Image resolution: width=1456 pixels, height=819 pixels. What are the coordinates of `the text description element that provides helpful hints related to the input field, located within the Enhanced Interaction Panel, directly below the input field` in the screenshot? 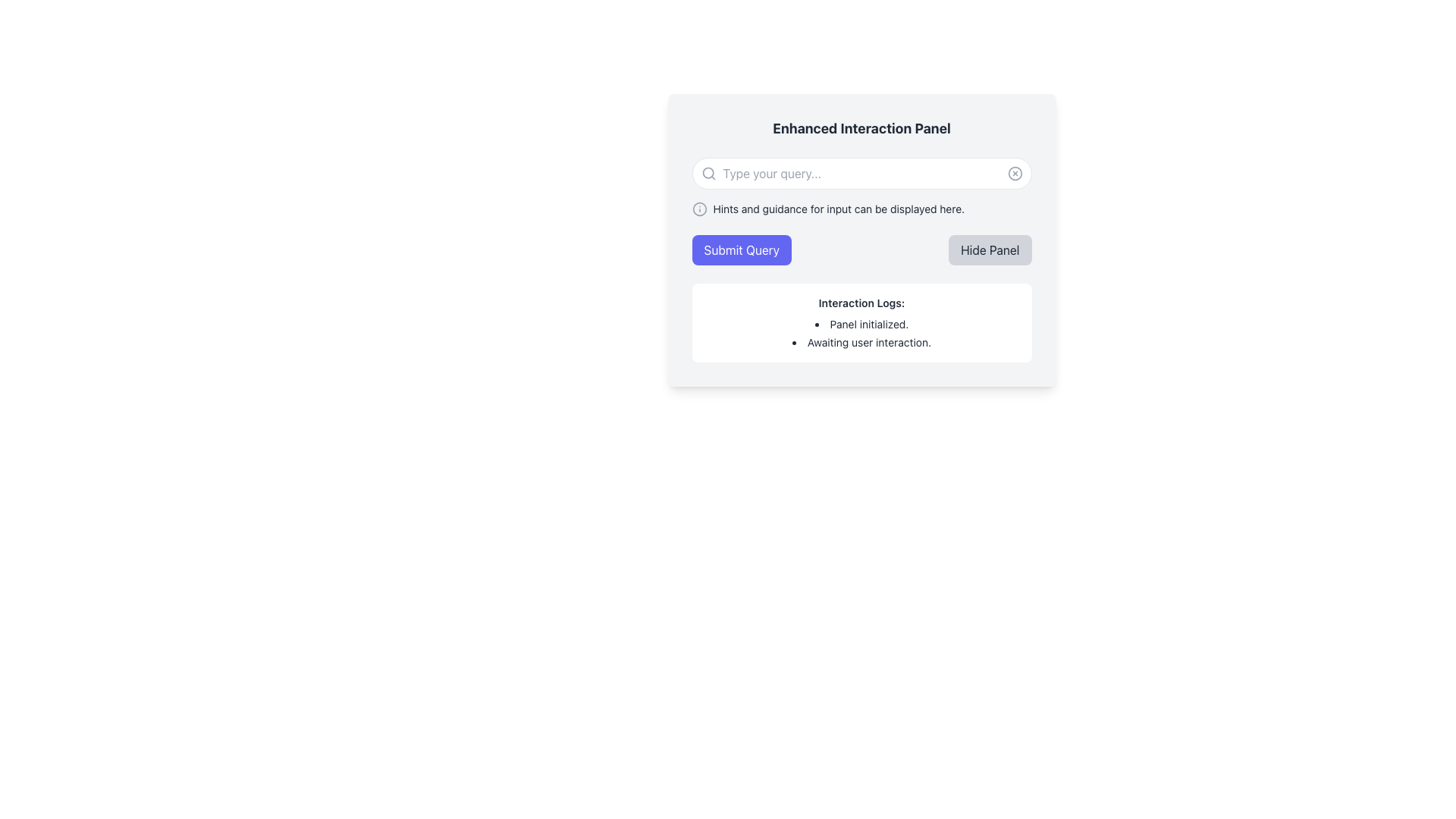 It's located at (861, 209).